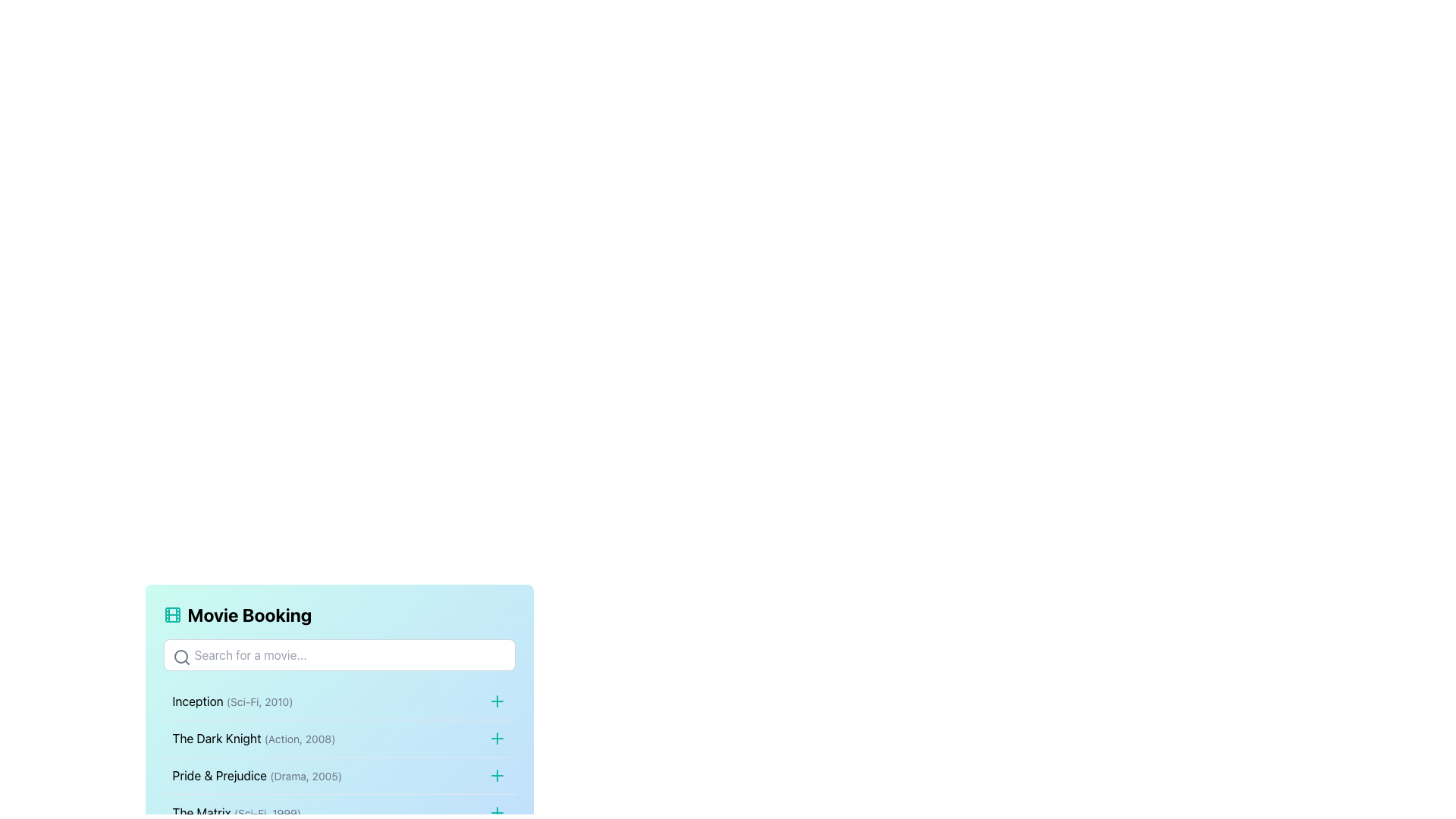  What do you see at coordinates (338, 701) in the screenshot?
I see `the first movie listing item` at bounding box center [338, 701].